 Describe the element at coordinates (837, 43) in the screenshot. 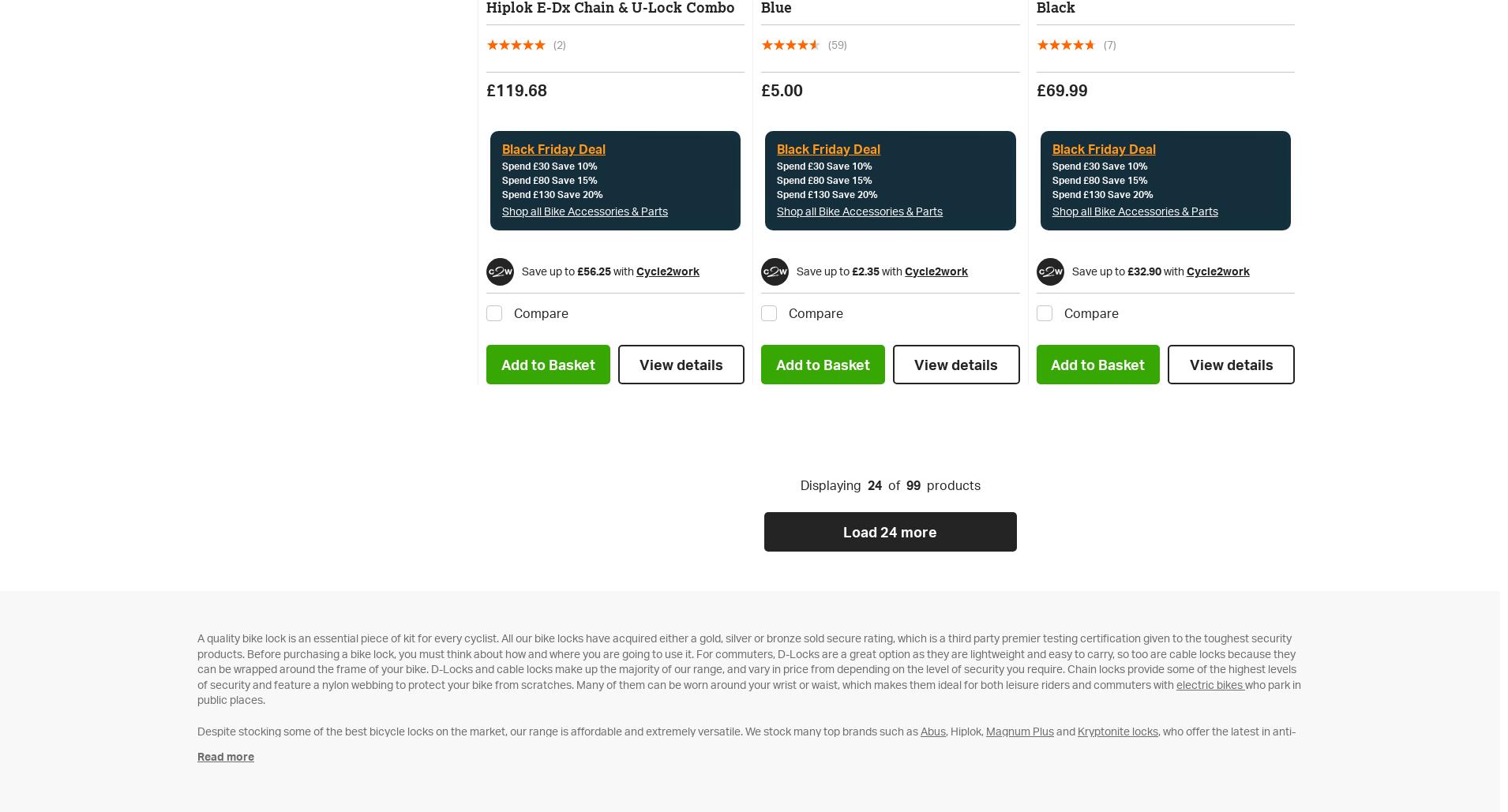

I see `'(59)'` at that location.